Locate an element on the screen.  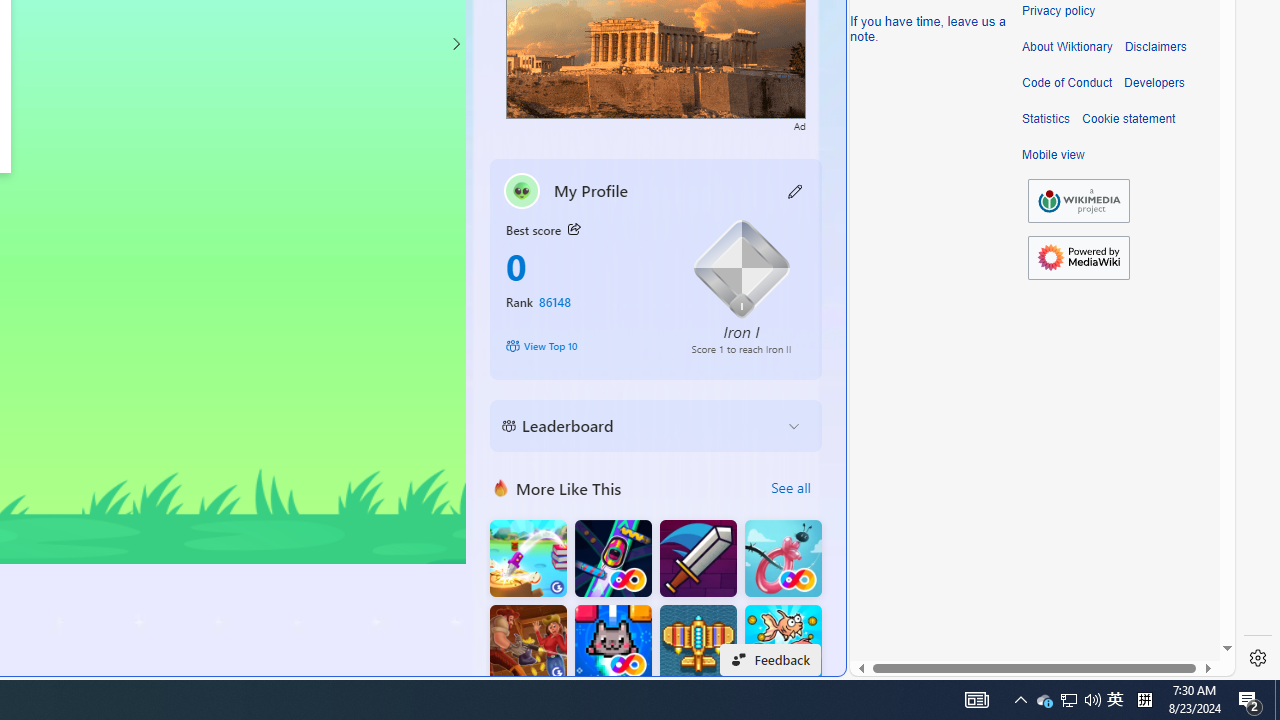
'Powered by MediaWiki' is located at coordinates (1078, 257).